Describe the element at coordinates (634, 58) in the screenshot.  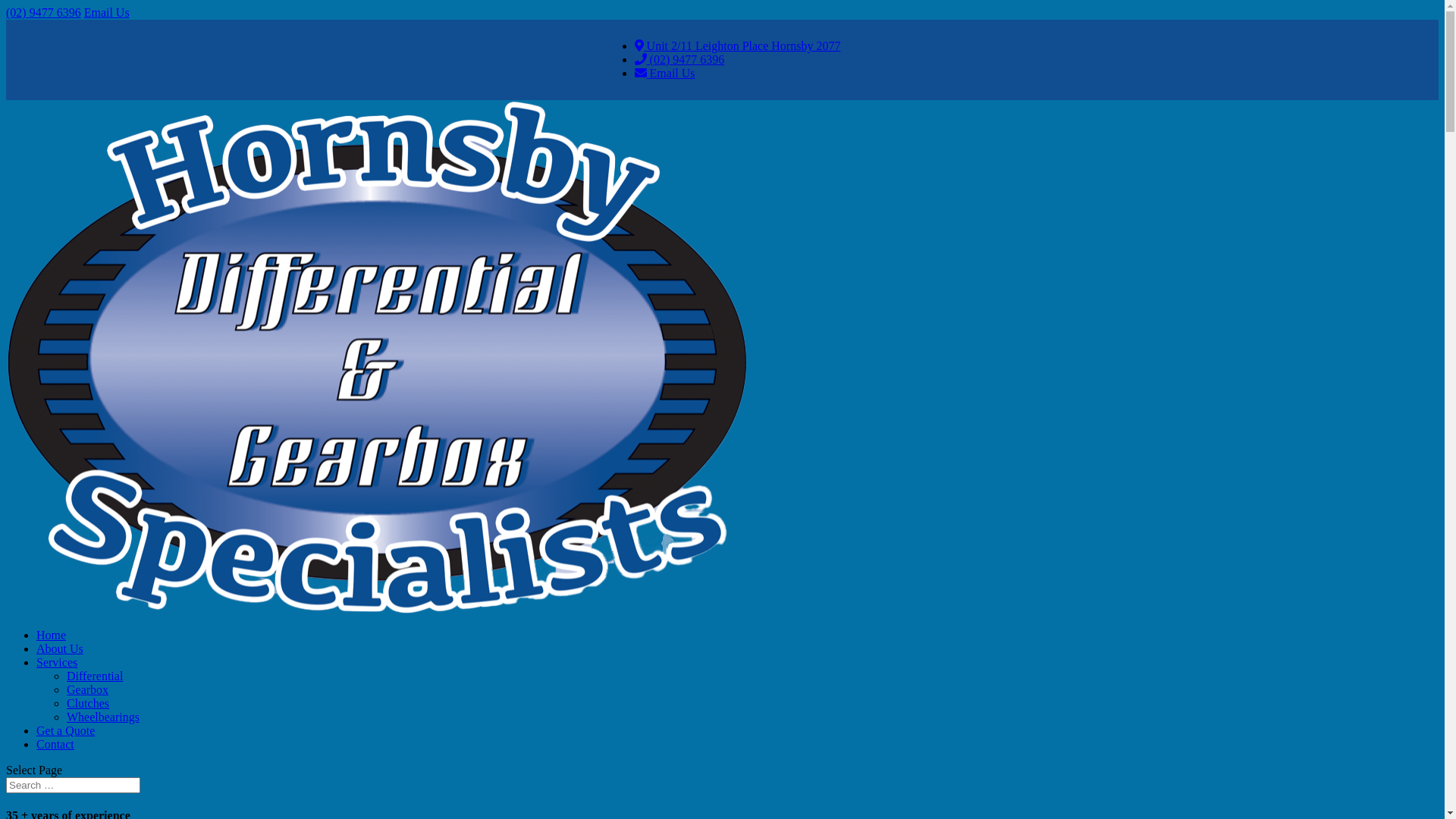
I see `'(02) 9477 6396'` at that location.